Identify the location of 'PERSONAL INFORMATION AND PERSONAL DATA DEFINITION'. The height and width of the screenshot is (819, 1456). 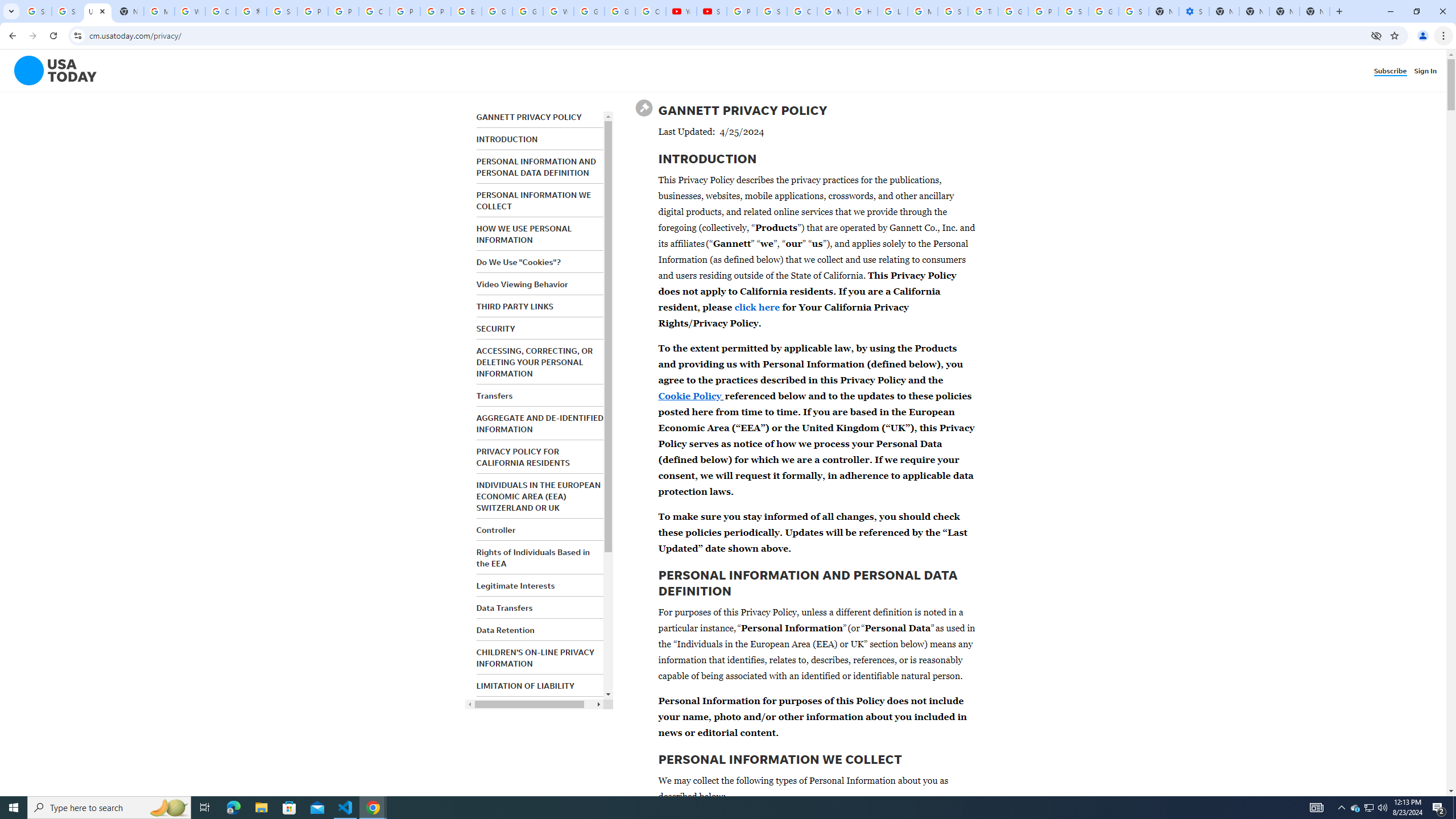
(536, 166).